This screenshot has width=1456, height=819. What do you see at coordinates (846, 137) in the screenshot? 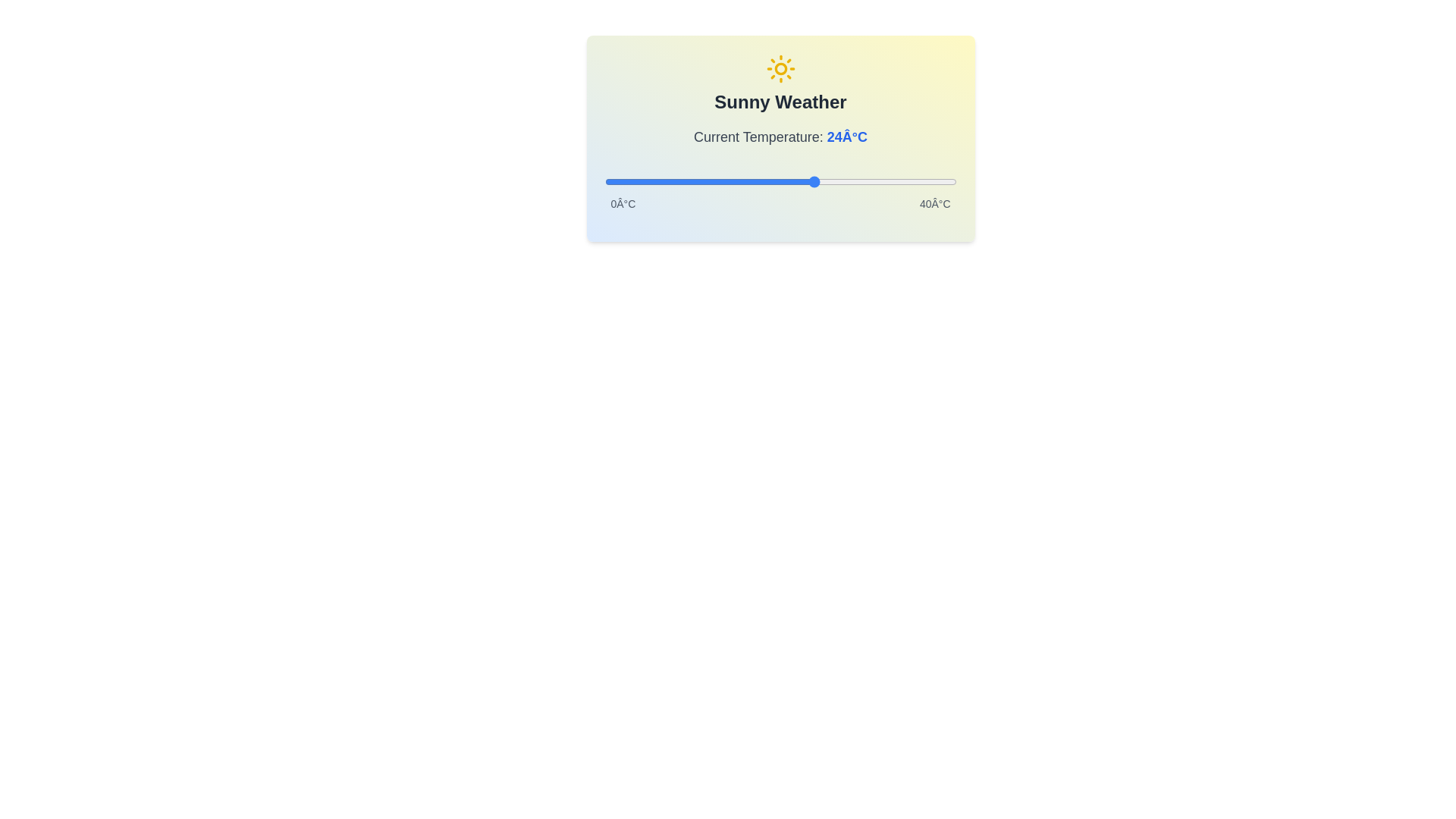
I see `text value displayed in the temperature label, which is positioned immediately to the right of 'Current Temperature:' in the weather information card` at bounding box center [846, 137].